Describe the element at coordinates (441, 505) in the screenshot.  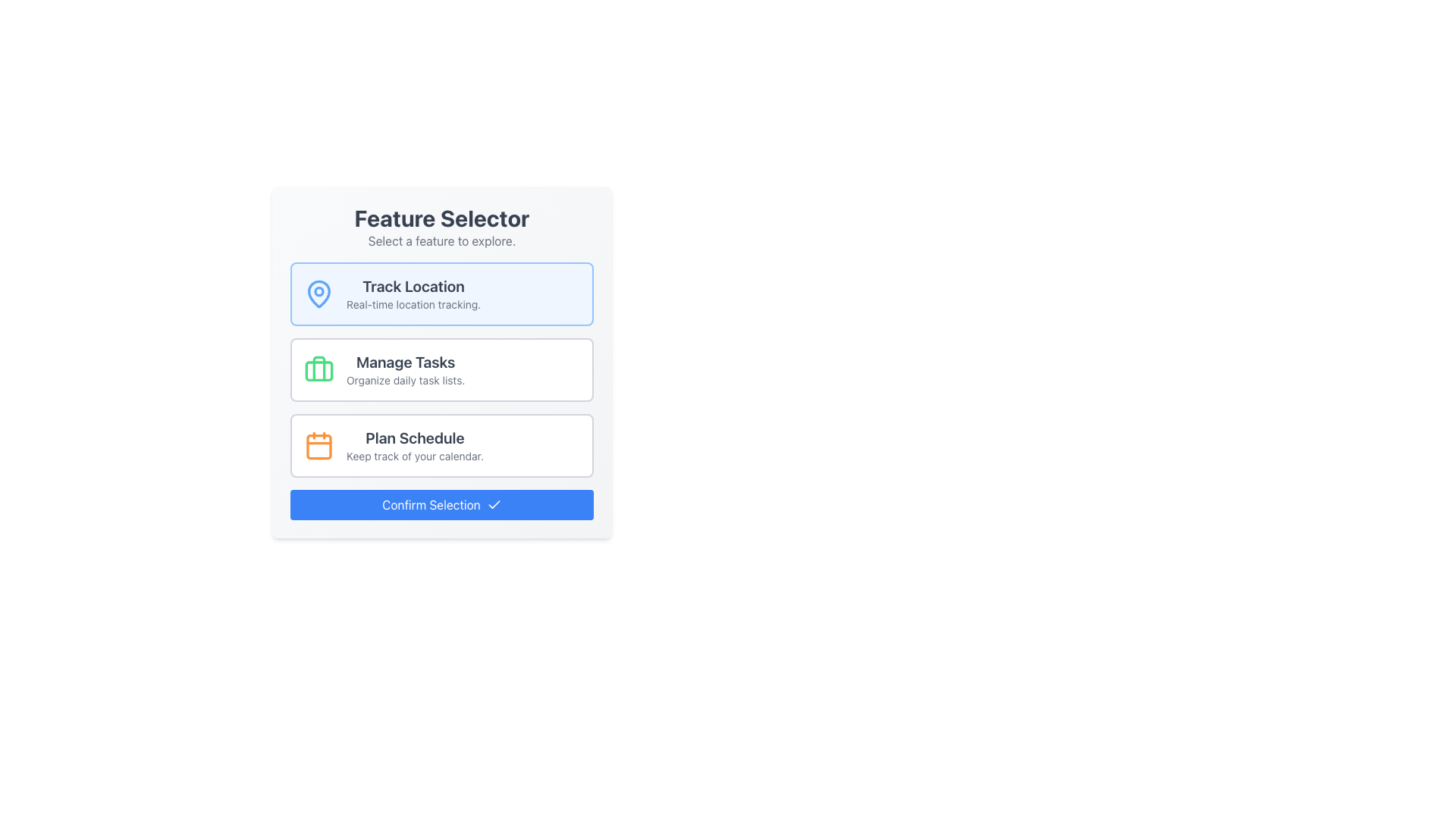
I see `the confirmation button located at the bottom of the 'Feature Selector' panel to finalize the user's choice` at that location.